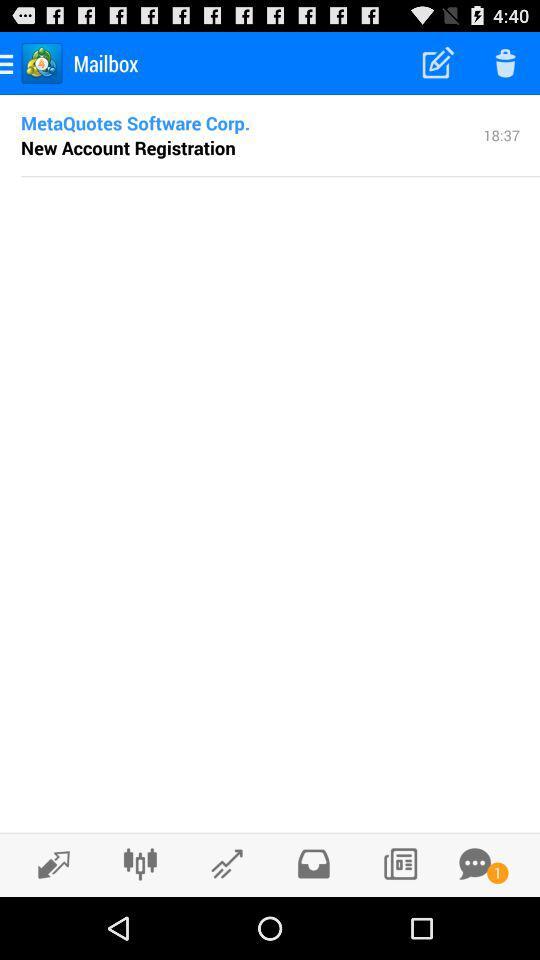  Describe the element at coordinates (135, 121) in the screenshot. I see `icon next to 18:37 item` at that location.